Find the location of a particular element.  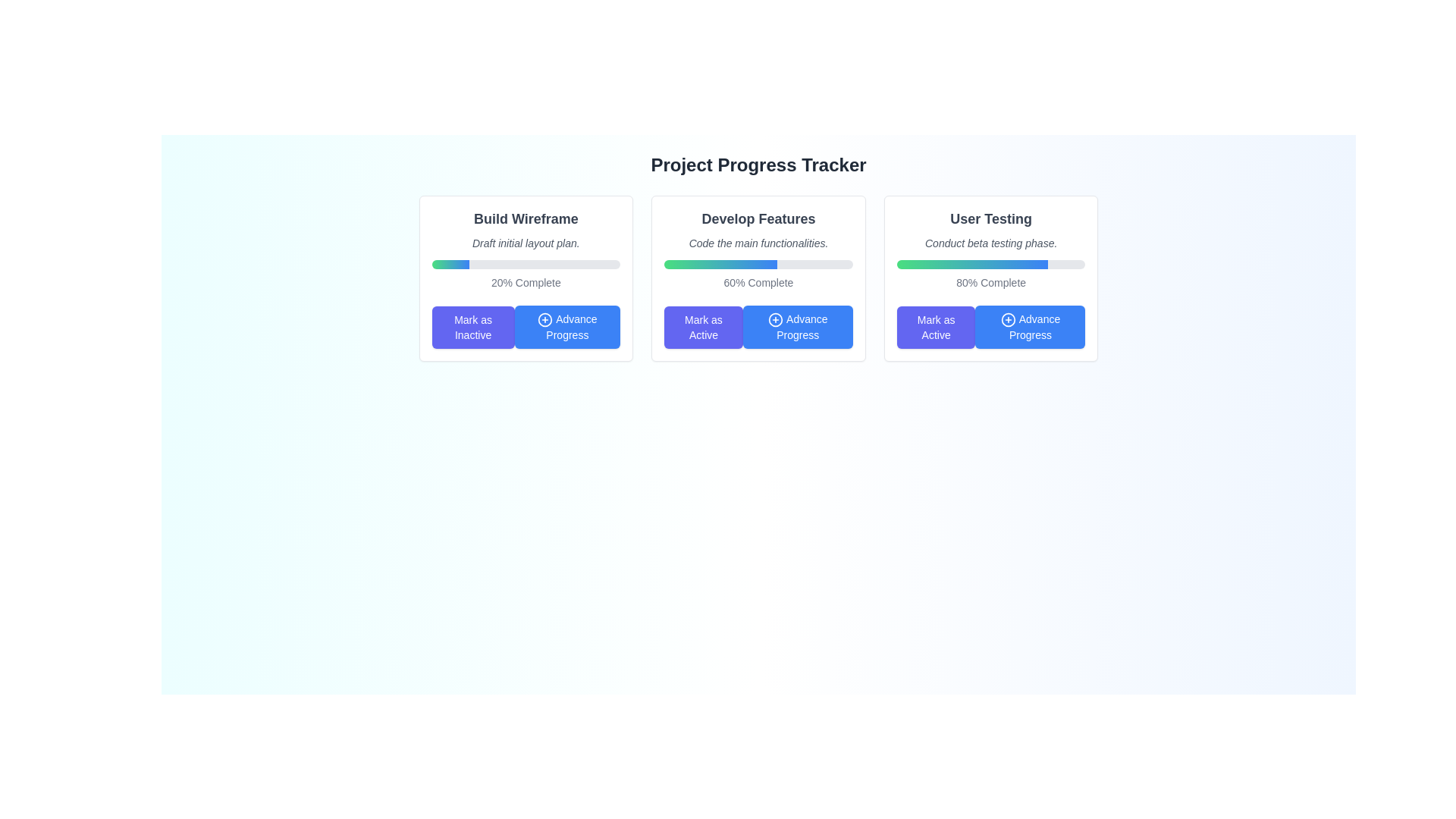

the visual representation of the icon which is a blue circle with a white plus symbol inside, located within the 'Advance Progress' button in the bottom-right corner of the 'Build Wireframe' card is located at coordinates (545, 319).